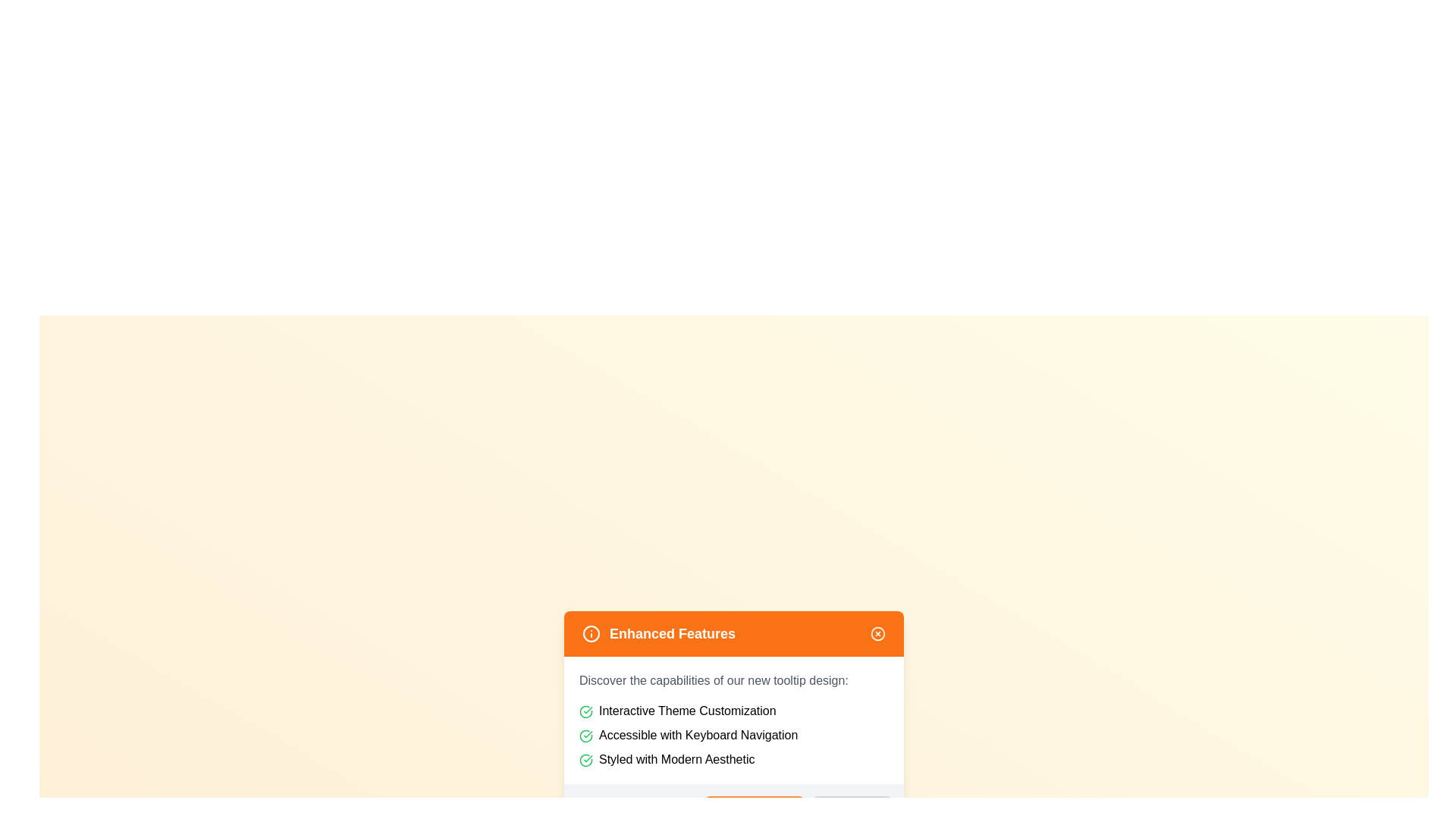 The height and width of the screenshot is (819, 1456). What do you see at coordinates (585, 711) in the screenshot?
I see `the circular graphical icon with a green border that indicates success or verification, positioned closely next to a label in the list` at bounding box center [585, 711].